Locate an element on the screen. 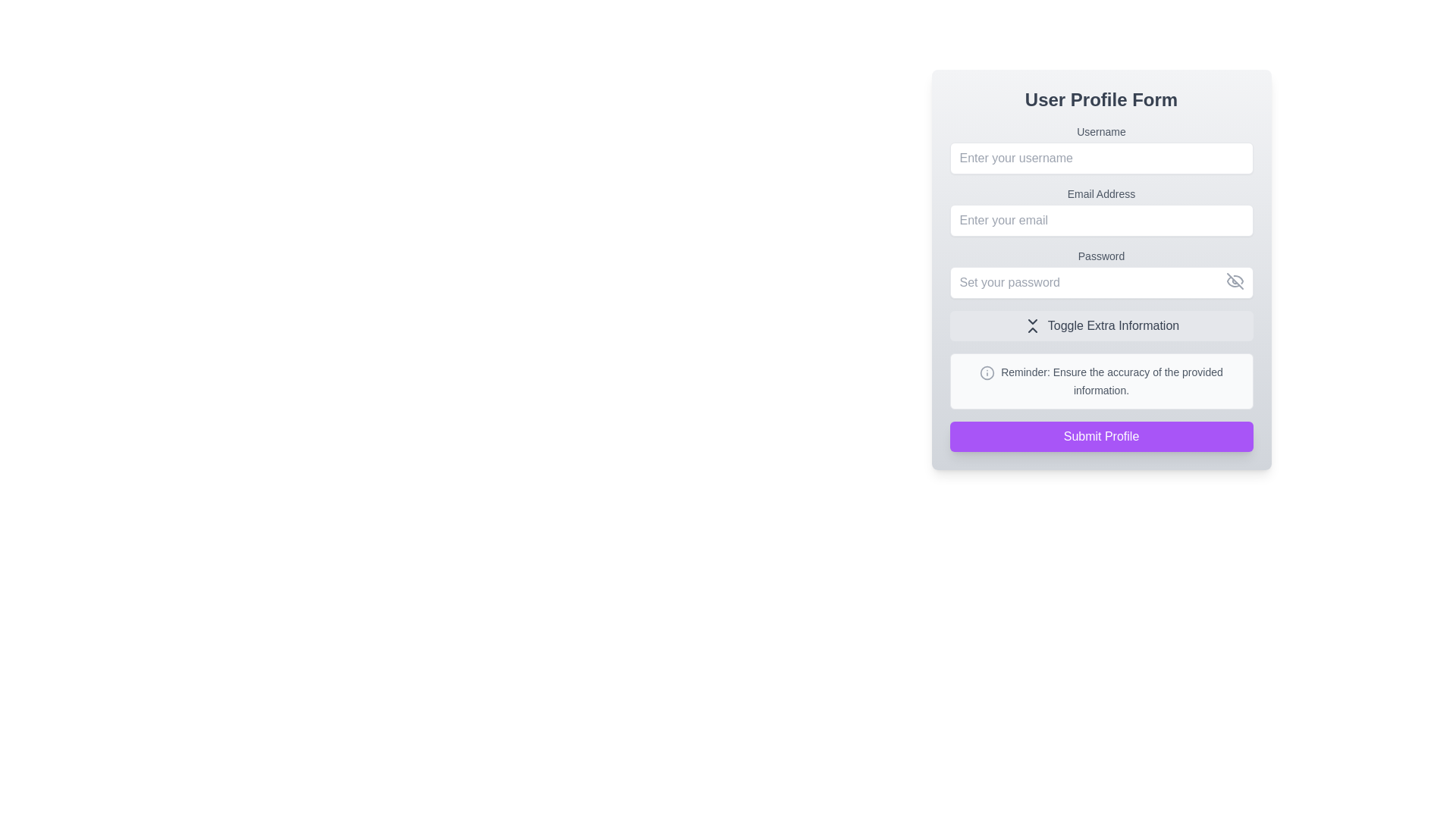 The height and width of the screenshot is (819, 1456). the toggle button located above the 'Reminder: Ensure the accuracy of the provided information' section is located at coordinates (1101, 325).